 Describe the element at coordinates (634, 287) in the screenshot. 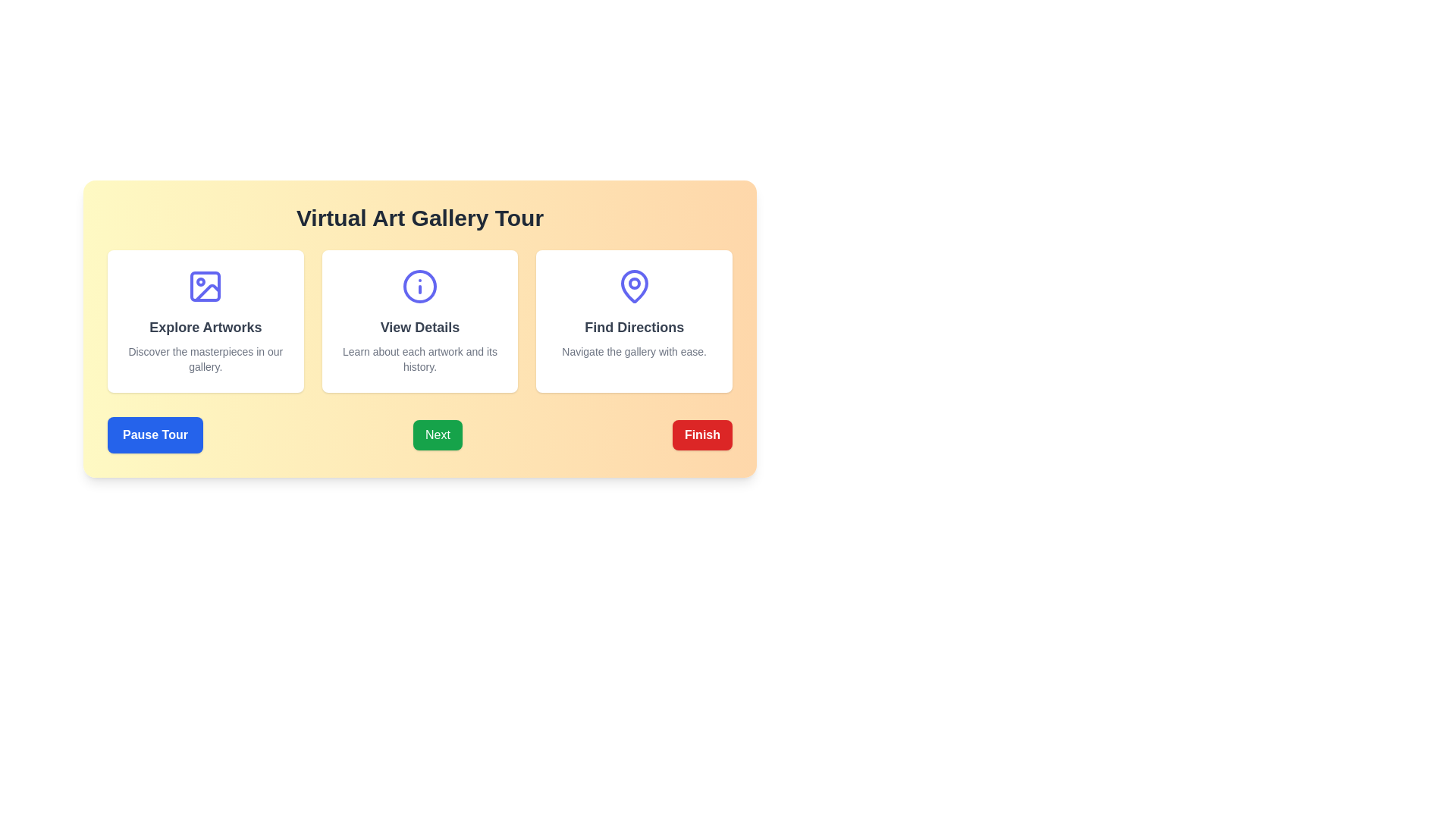

I see `the map pin icon with a blue outer boundary and a circular dot at its center, located within the 'Find Directions' card in the 'Virtual Art Gallery Tour' section` at that location.